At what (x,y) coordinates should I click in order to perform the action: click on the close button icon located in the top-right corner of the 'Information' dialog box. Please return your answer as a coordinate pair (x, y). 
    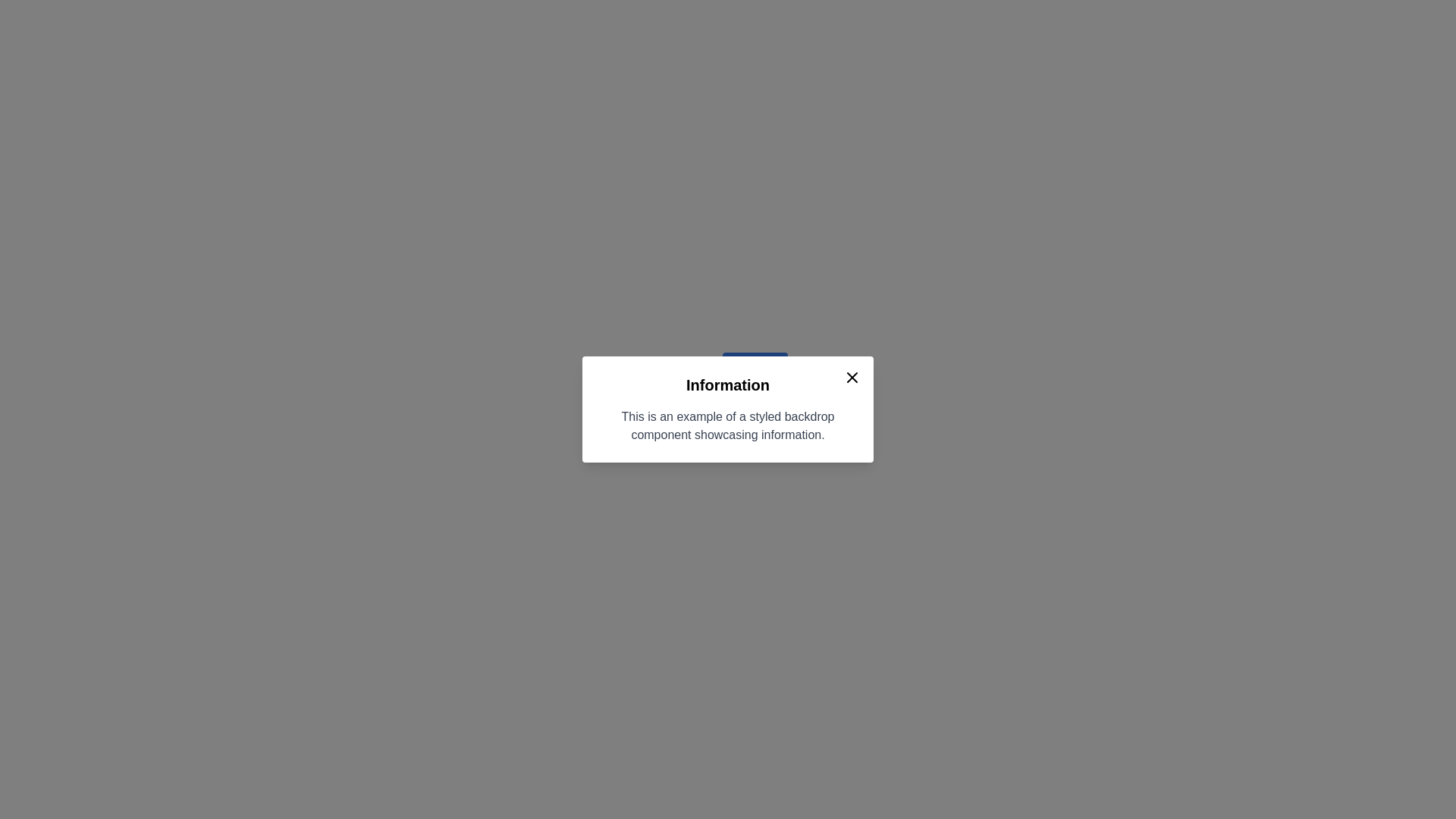
    Looking at the image, I should click on (852, 376).